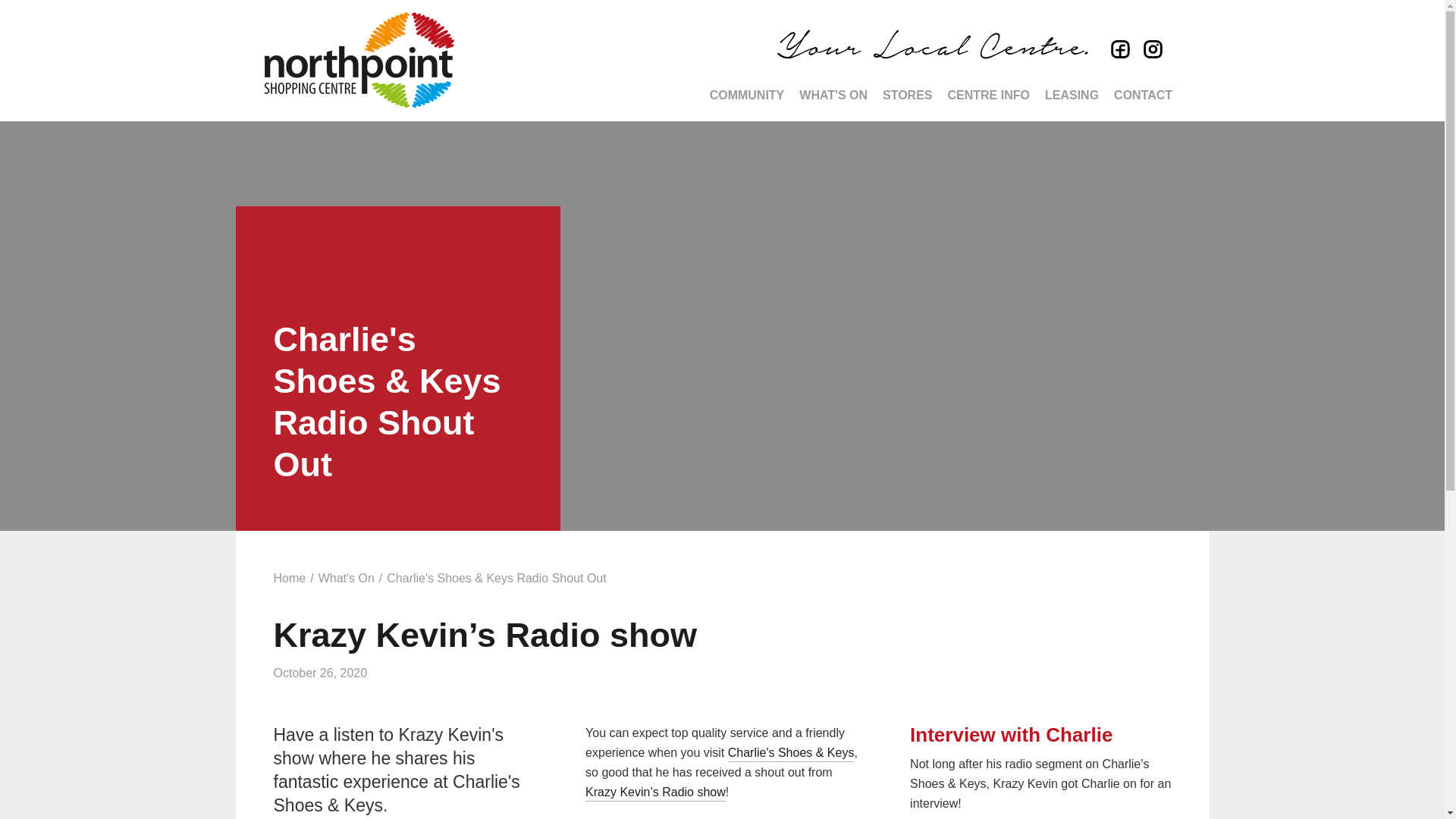  Describe the element at coordinates (1117, 49) in the screenshot. I see `'visit us on Facebook'` at that location.